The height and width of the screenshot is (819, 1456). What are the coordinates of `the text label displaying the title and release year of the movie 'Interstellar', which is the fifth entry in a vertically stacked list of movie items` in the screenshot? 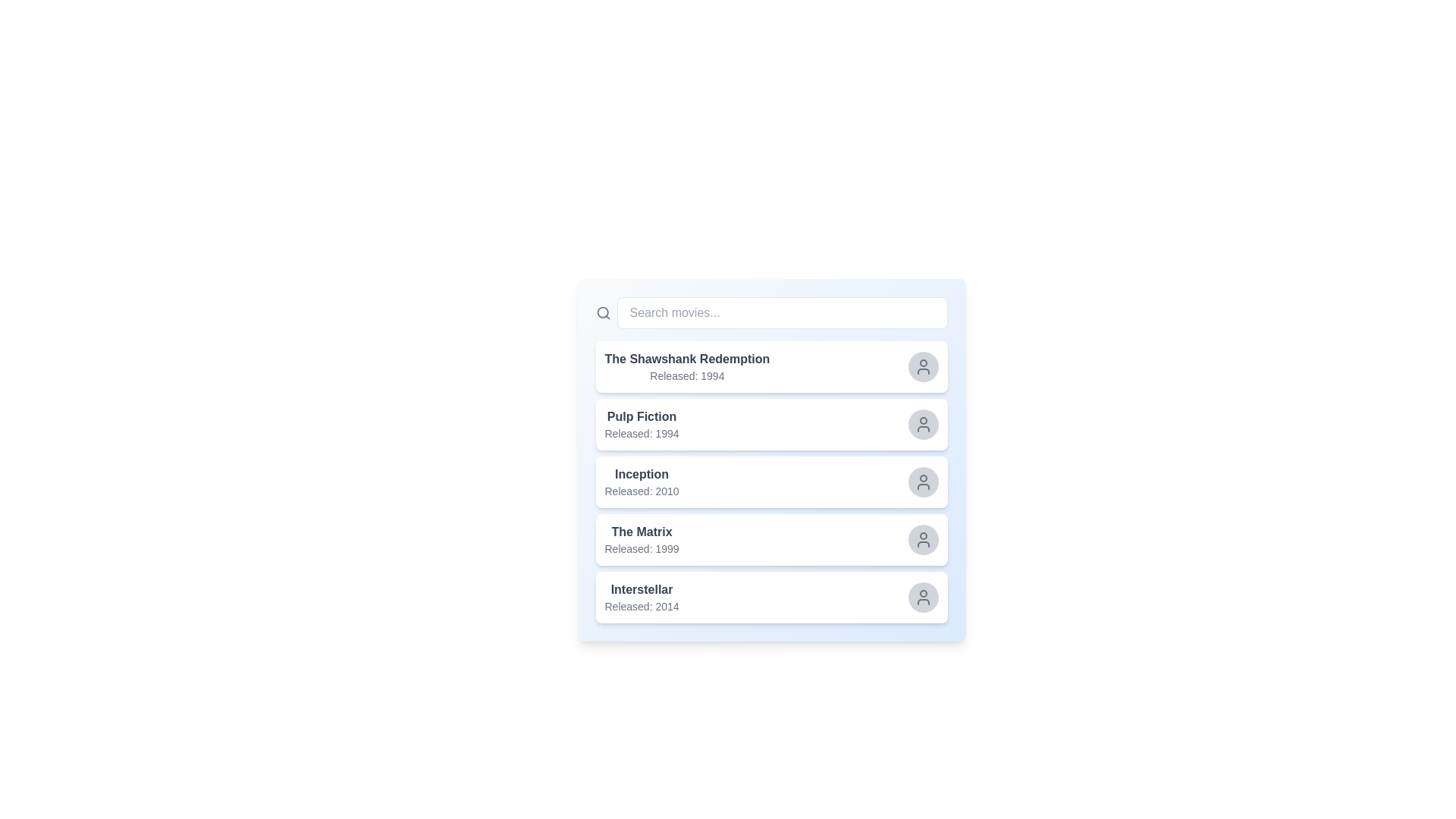 It's located at (642, 596).